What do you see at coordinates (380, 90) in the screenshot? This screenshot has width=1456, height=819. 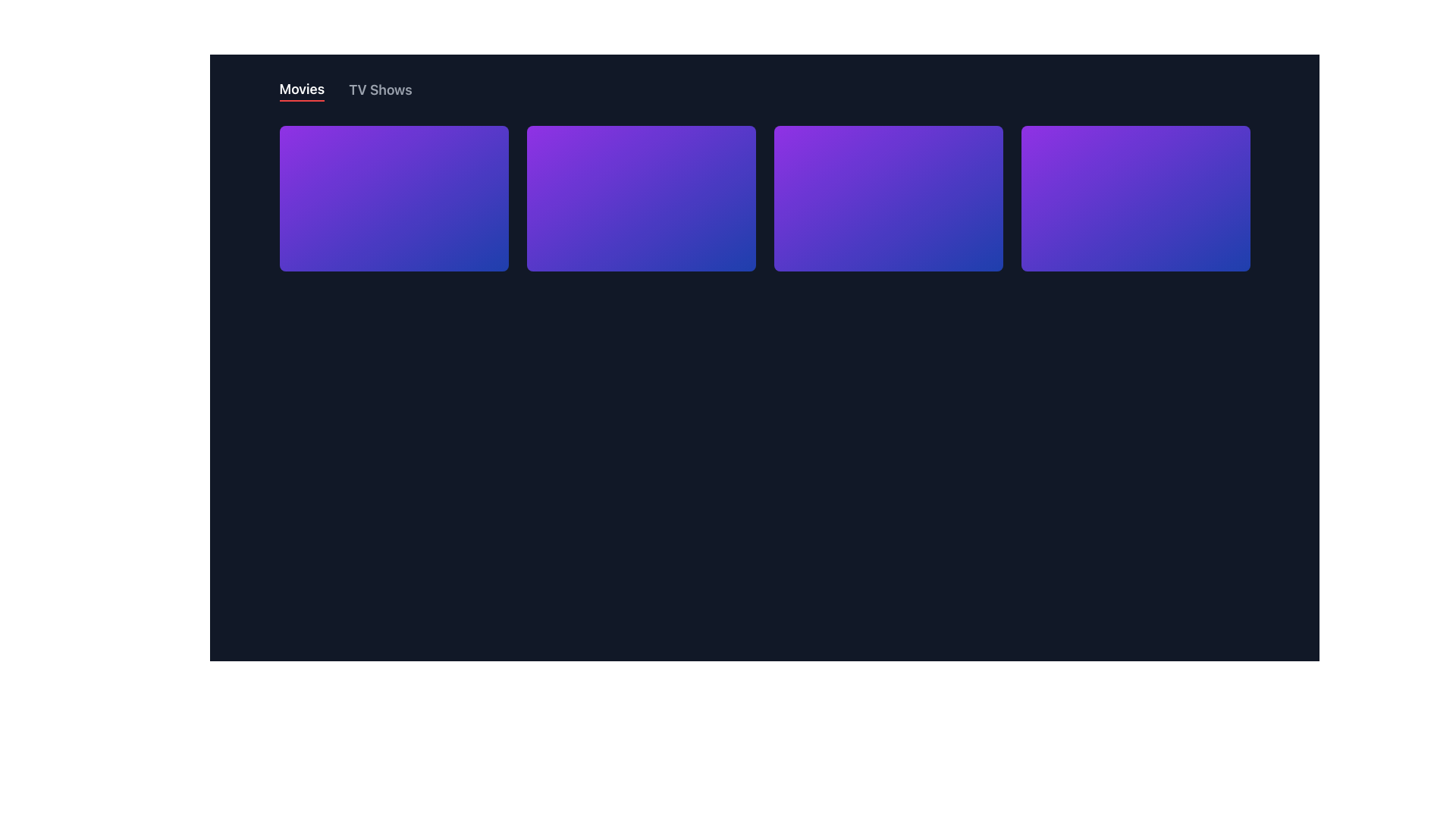 I see `the 'TV Shows' navigation link in the horizontal menu` at bounding box center [380, 90].